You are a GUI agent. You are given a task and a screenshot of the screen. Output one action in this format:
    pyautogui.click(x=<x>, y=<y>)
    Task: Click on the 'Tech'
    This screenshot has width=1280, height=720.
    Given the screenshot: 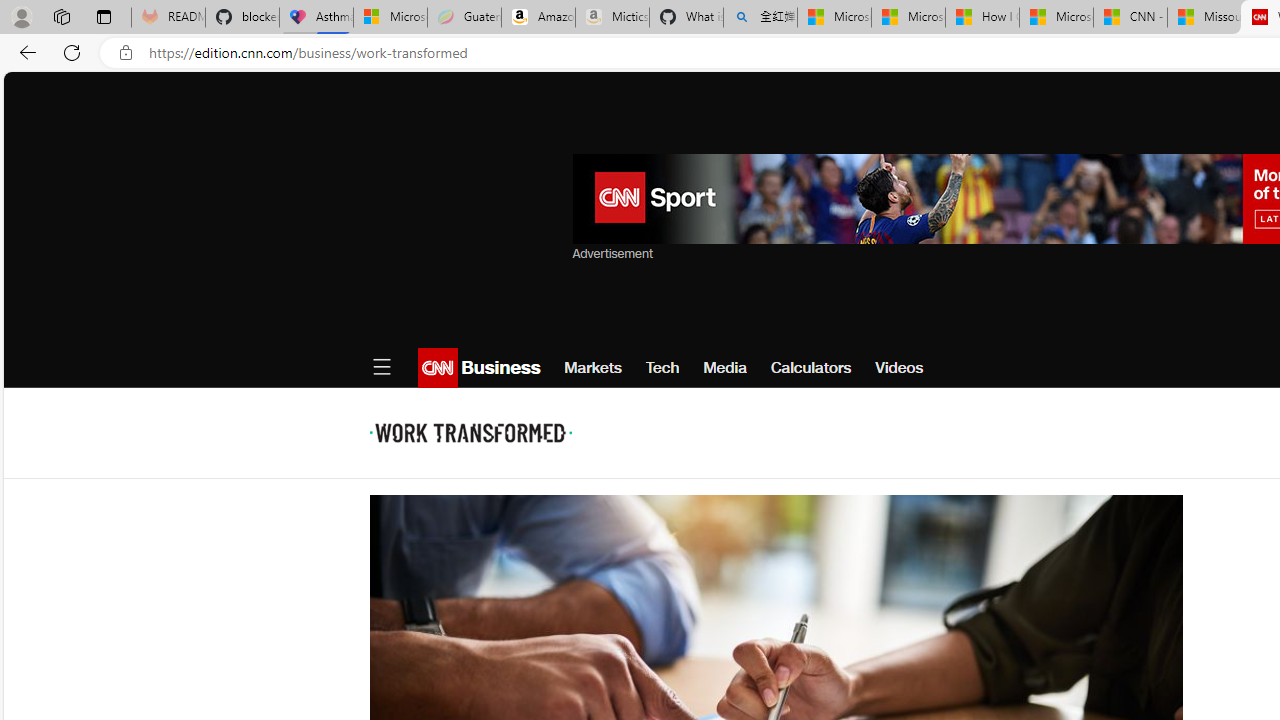 What is the action you would take?
    pyautogui.click(x=662, y=367)
    